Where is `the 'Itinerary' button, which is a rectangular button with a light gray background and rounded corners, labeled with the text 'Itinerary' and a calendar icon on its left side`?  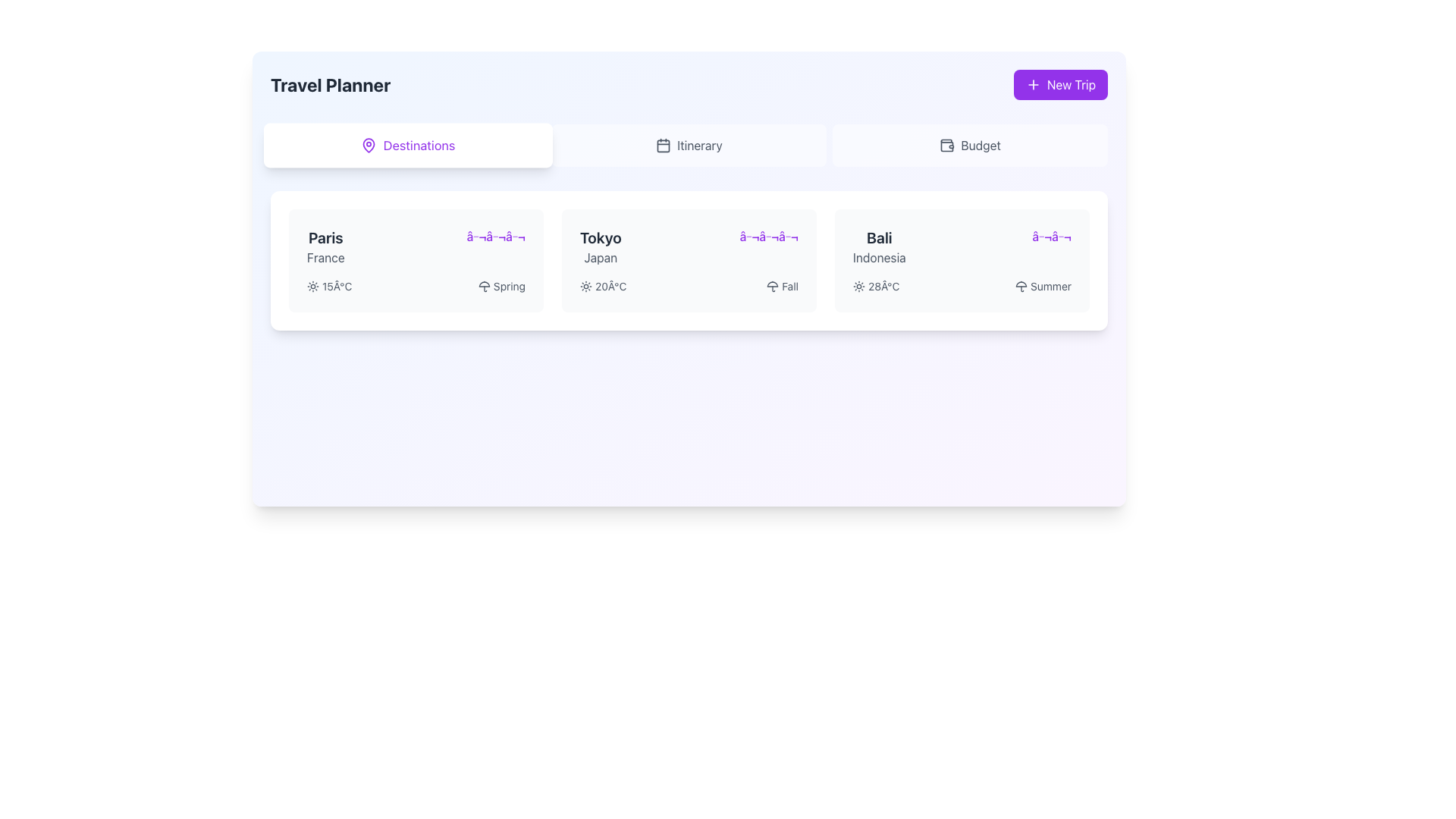
the 'Itinerary' button, which is a rectangular button with a light gray background and rounded corners, labeled with the text 'Itinerary' and a calendar icon on its left side is located at coordinates (688, 146).